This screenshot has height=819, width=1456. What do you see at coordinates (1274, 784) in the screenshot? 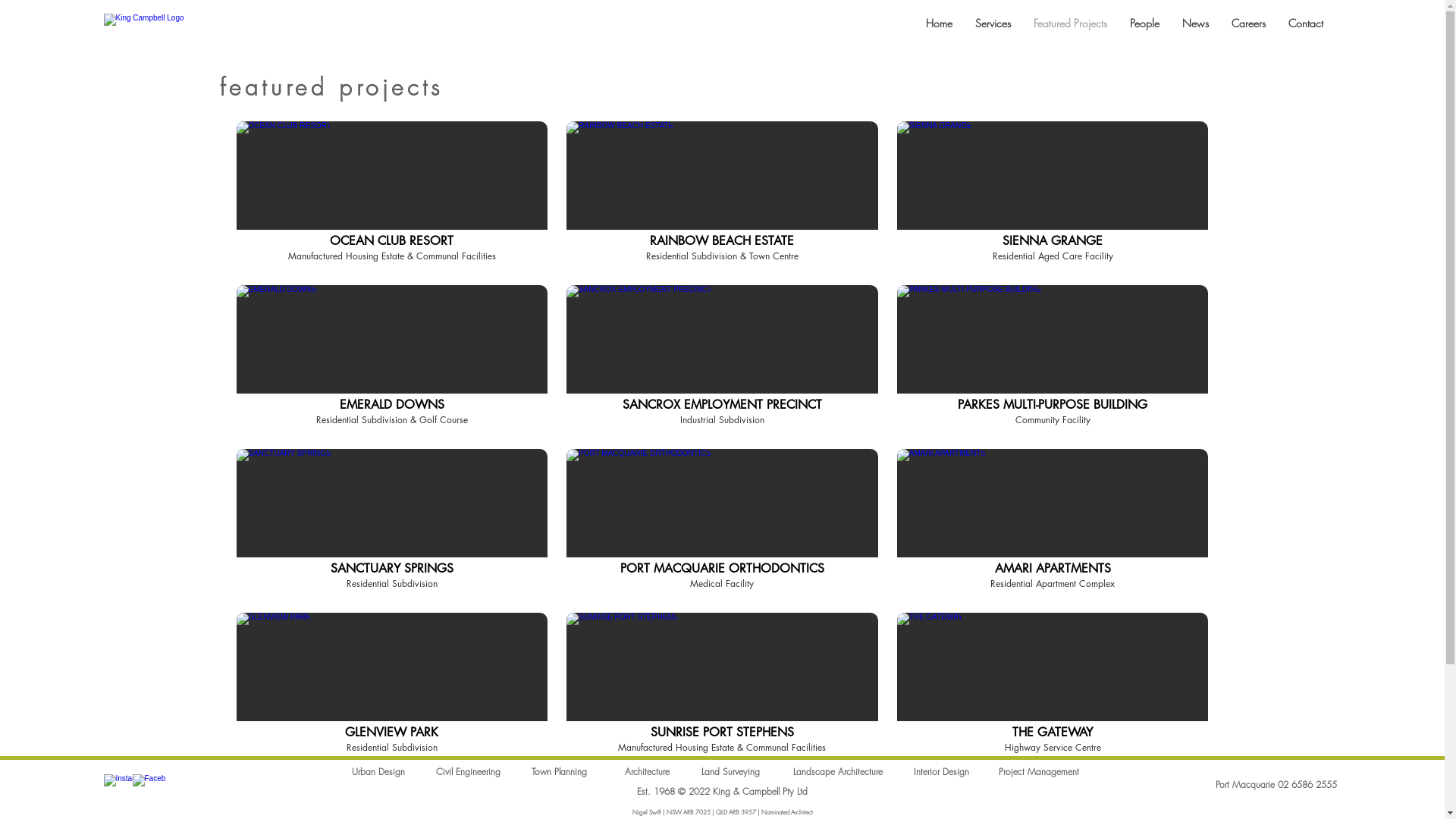
I see `'Port Macquarie 02 6586 2555'` at bounding box center [1274, 784].